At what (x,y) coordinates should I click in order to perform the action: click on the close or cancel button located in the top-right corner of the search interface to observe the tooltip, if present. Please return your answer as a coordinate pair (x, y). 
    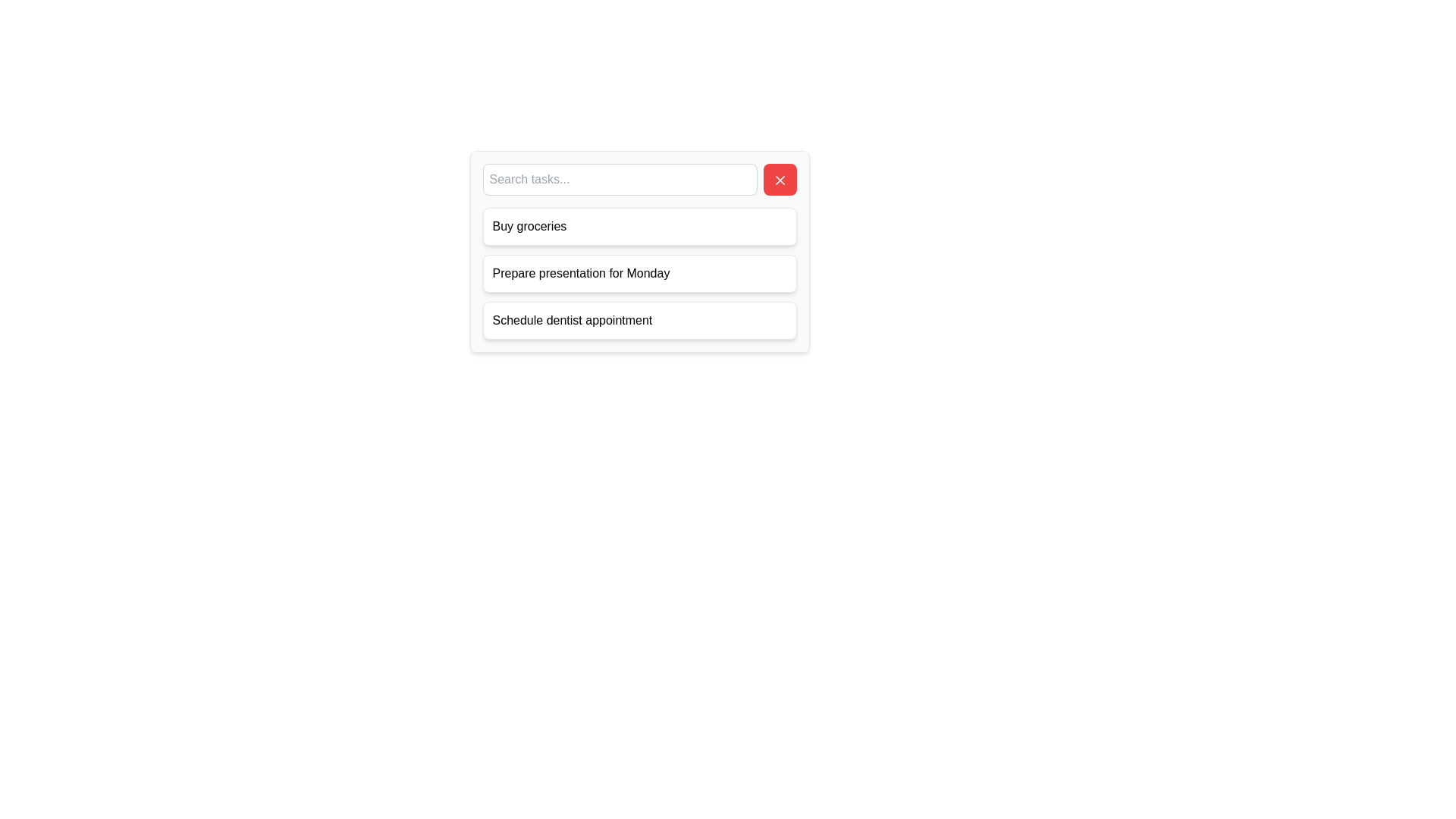
    Looking at the image, I should click on (780, 179).